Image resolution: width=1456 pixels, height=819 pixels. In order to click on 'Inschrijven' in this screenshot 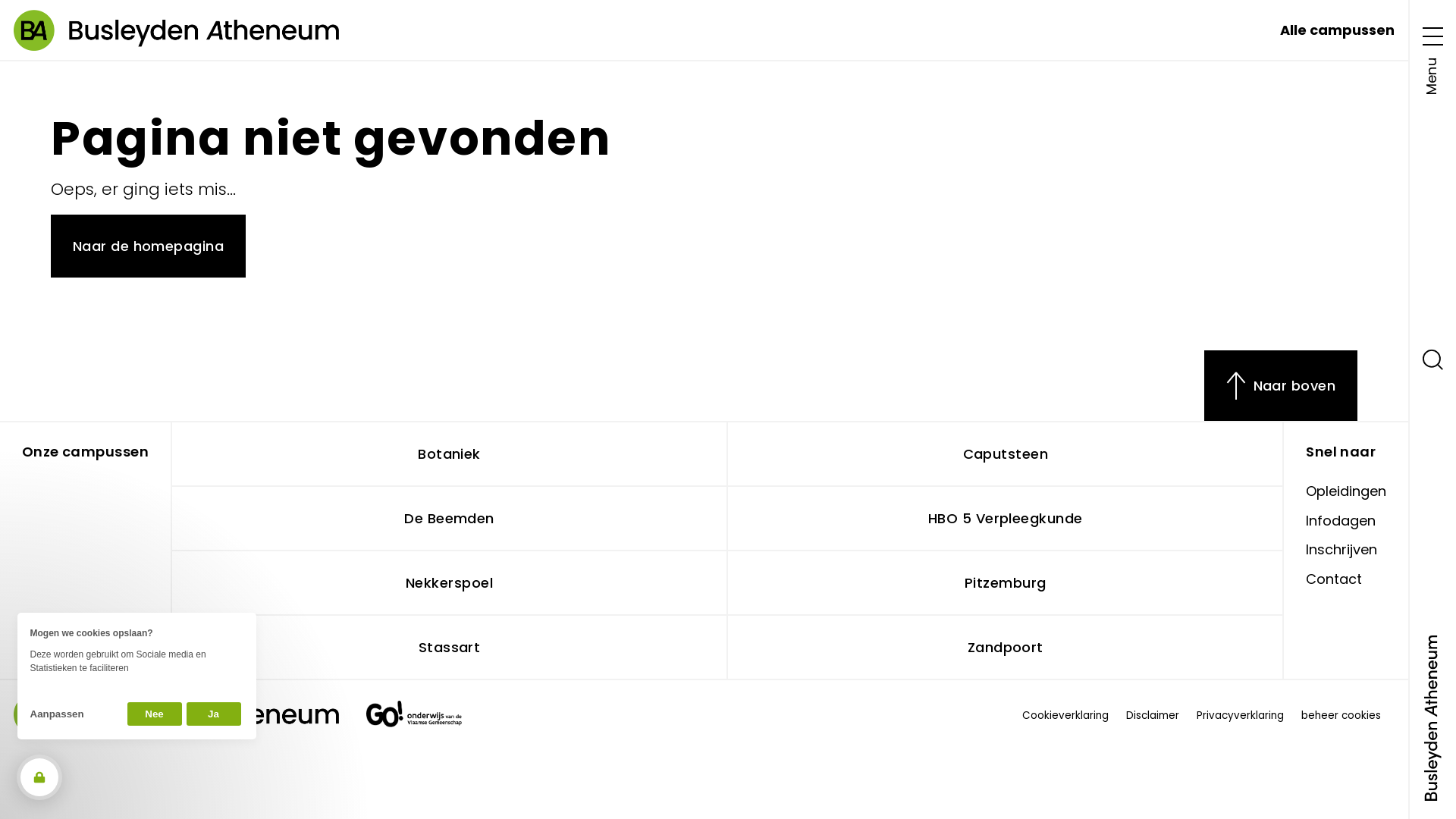, I will do `click(1305, 549)`.